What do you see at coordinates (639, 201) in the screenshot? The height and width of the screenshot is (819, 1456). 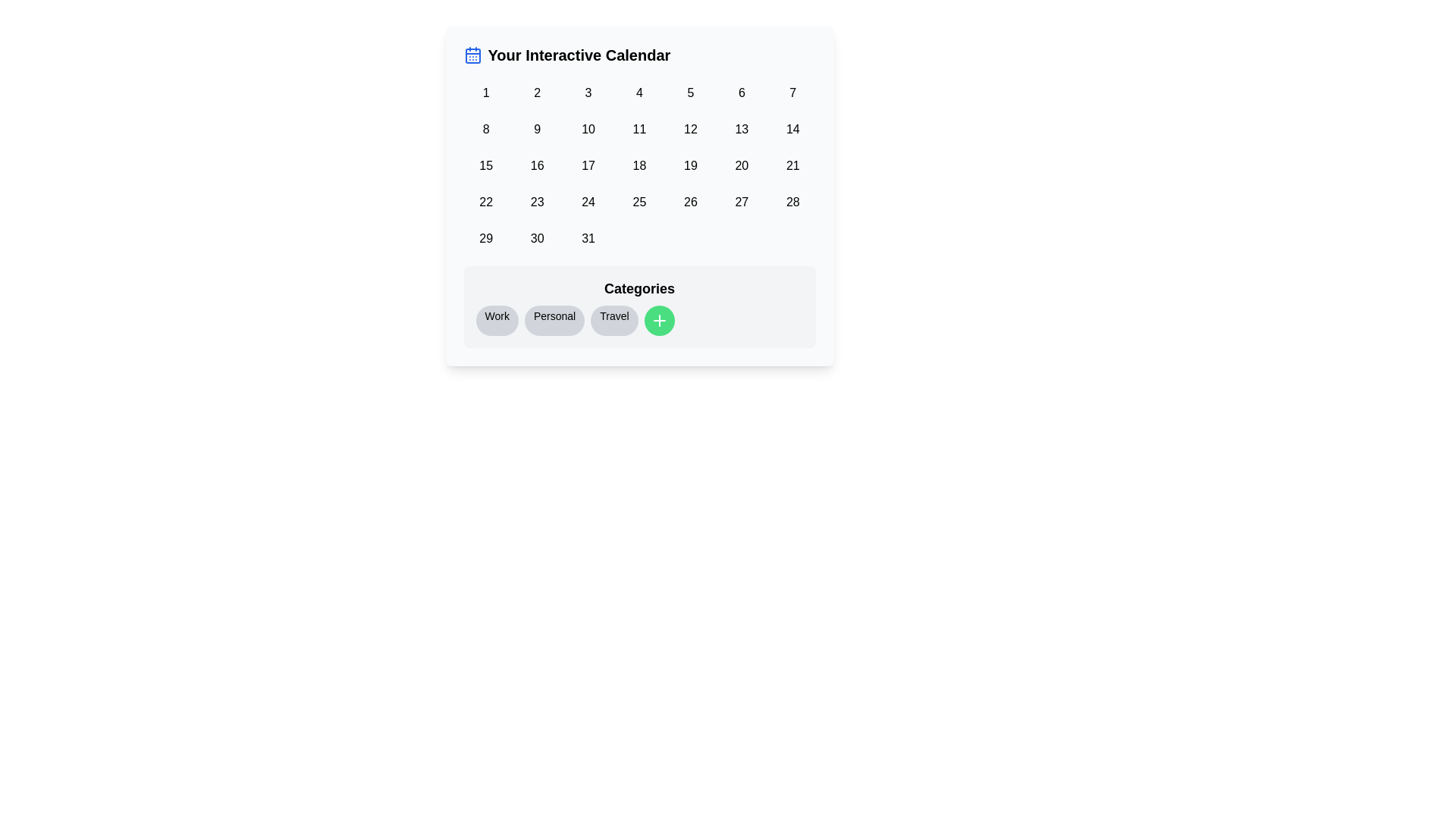 I see `the clickable calendar day button representing the 25th day in the calendar grid layout` at bounding box center [639, 201].